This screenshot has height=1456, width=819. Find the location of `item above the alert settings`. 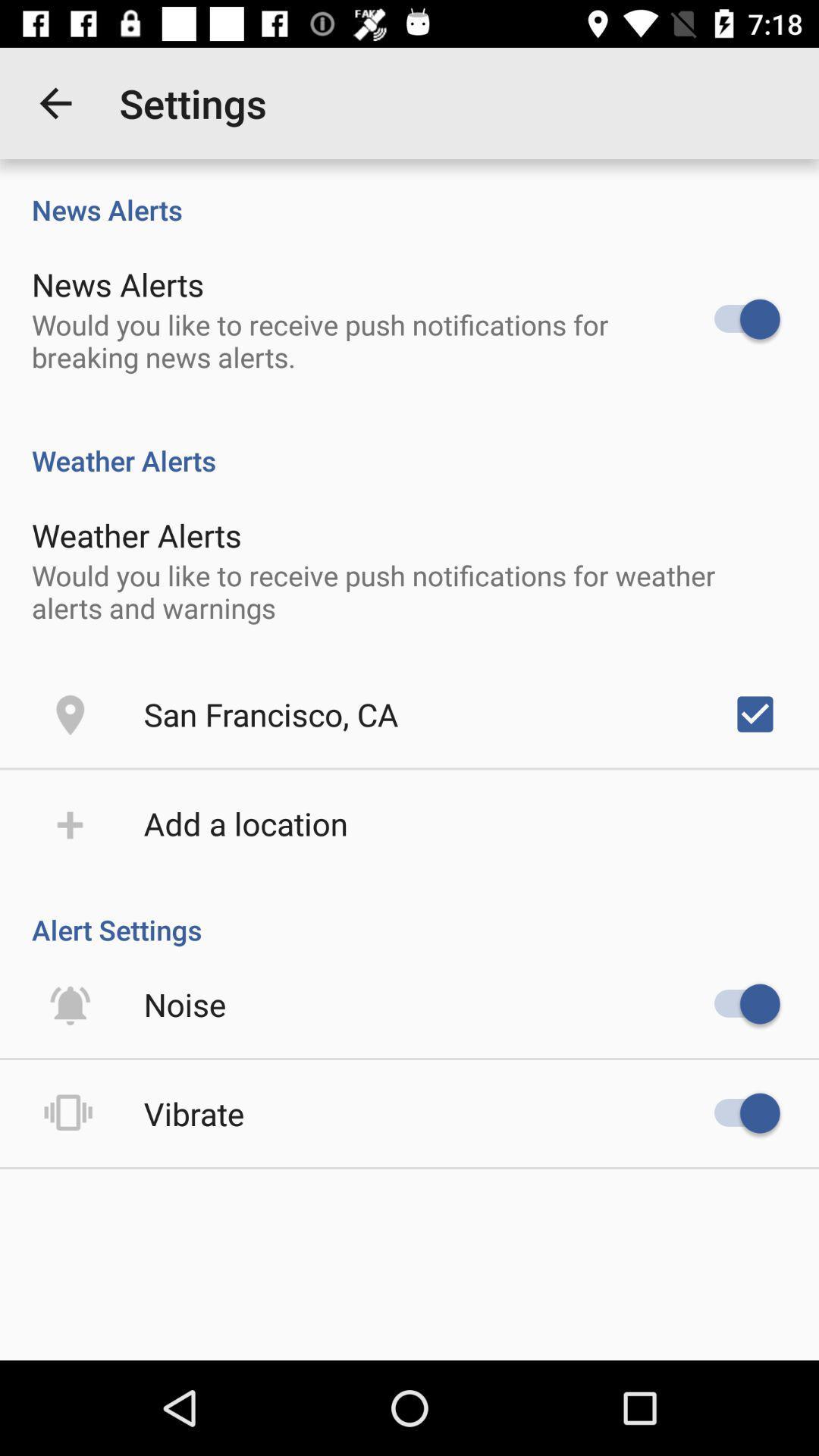

item above the alert settings is located at coordinates (245, 822).